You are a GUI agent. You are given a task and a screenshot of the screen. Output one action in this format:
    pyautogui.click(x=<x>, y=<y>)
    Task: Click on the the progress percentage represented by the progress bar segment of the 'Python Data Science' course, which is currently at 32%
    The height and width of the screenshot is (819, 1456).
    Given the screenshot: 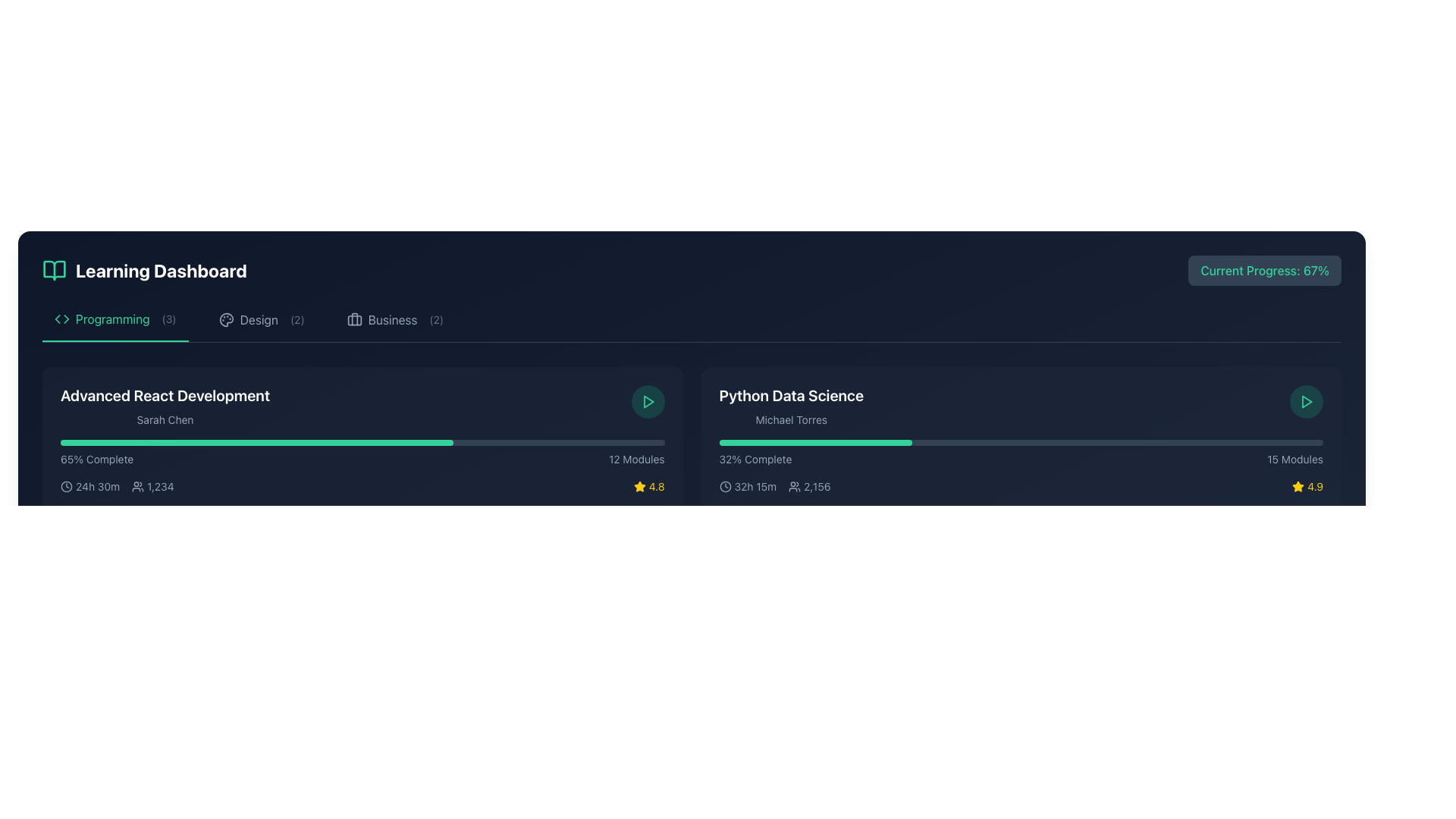 What is the action you would take?
    pyautogui.click(x=814, y=442)
    